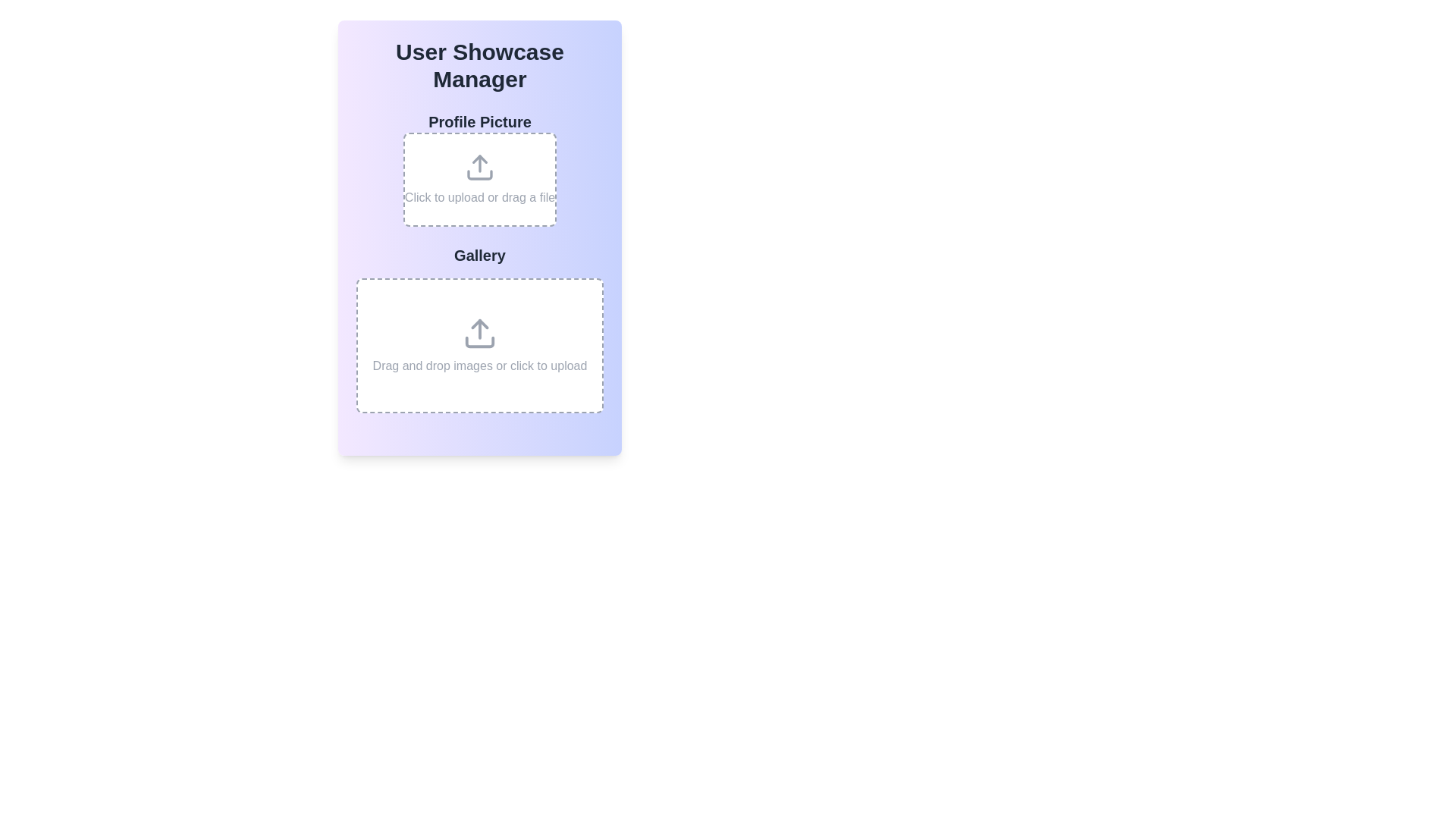 The width and height of the screenshot is (1456, 819). What do you see at coordinates (479, 178) in the screenshot?
I see `and drop a file into the file upload area located below the 'Profile Picture' title` at bounding box center [479, 178].